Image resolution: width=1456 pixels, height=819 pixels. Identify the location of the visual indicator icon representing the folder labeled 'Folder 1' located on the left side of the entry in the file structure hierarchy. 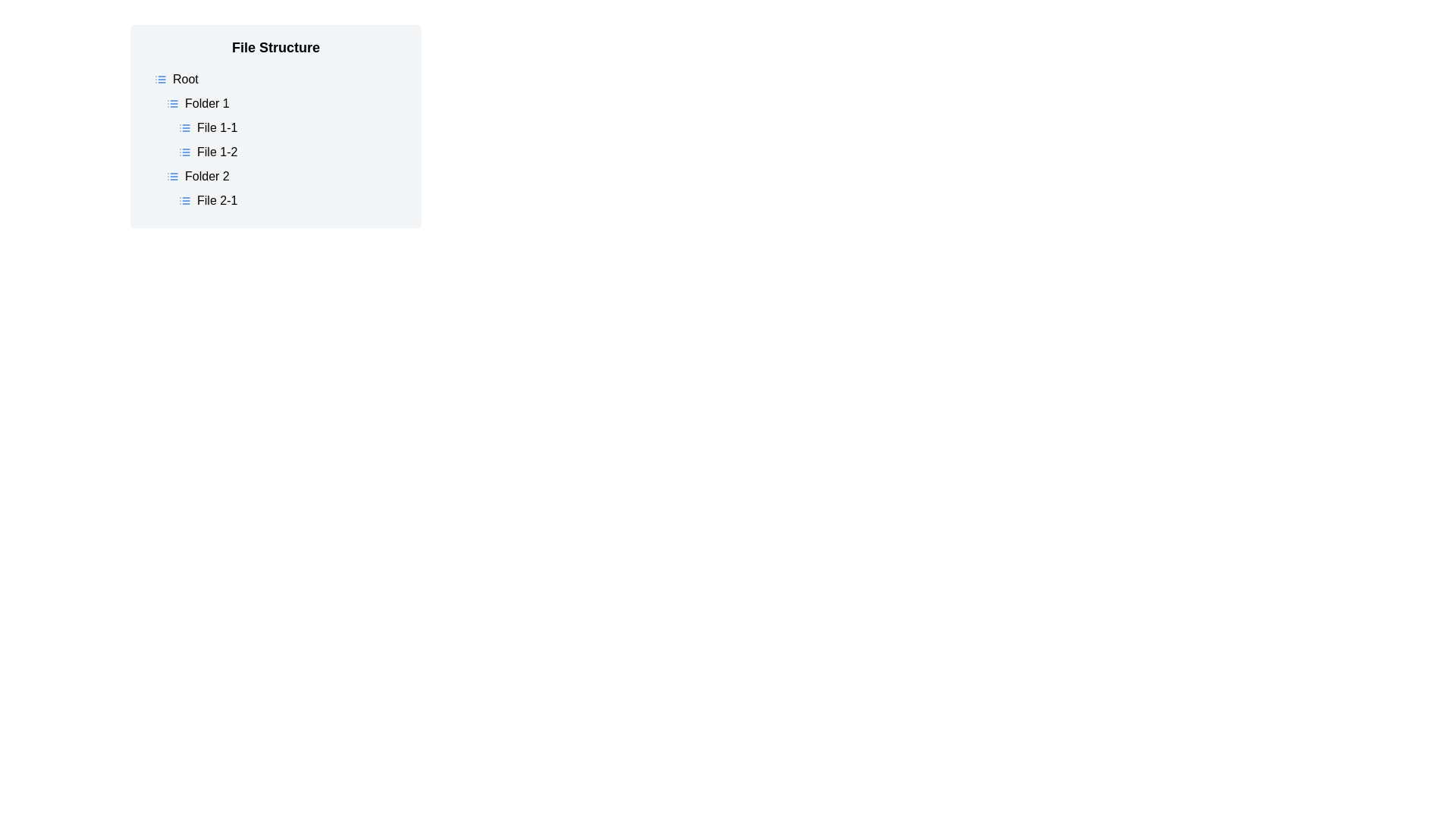
(172, 103).